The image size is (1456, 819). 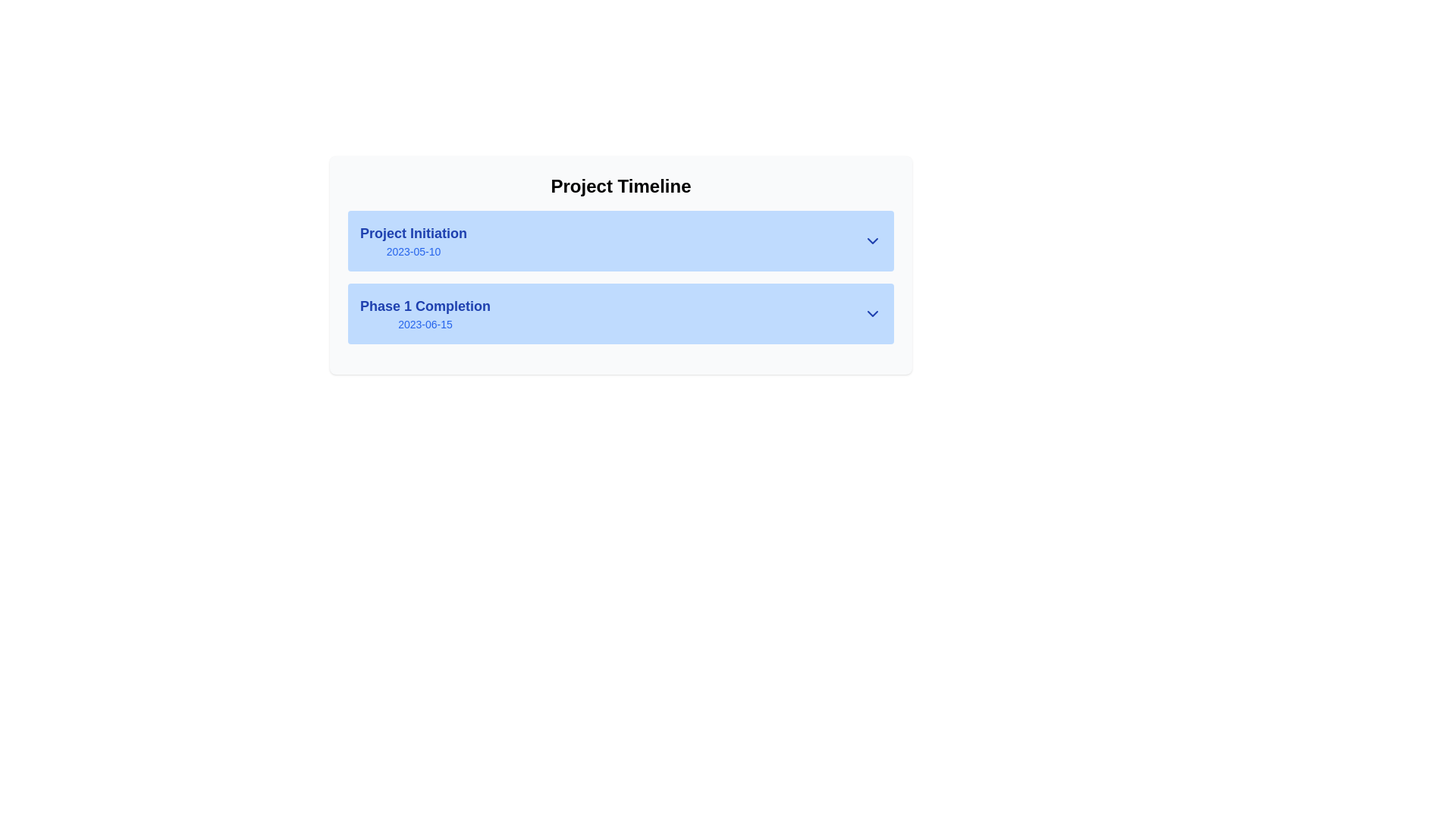 What do you see at coordinates (413, 240) in the screenshot?
I see `the 'Project Initiation' text label, which displays 'Project Initiation' in bold dark blue and '2023-05-10' below it in lighter blue, located in the top section of the vertically stacked list under 'Project Timeline'` at bounding box center [413, 240].